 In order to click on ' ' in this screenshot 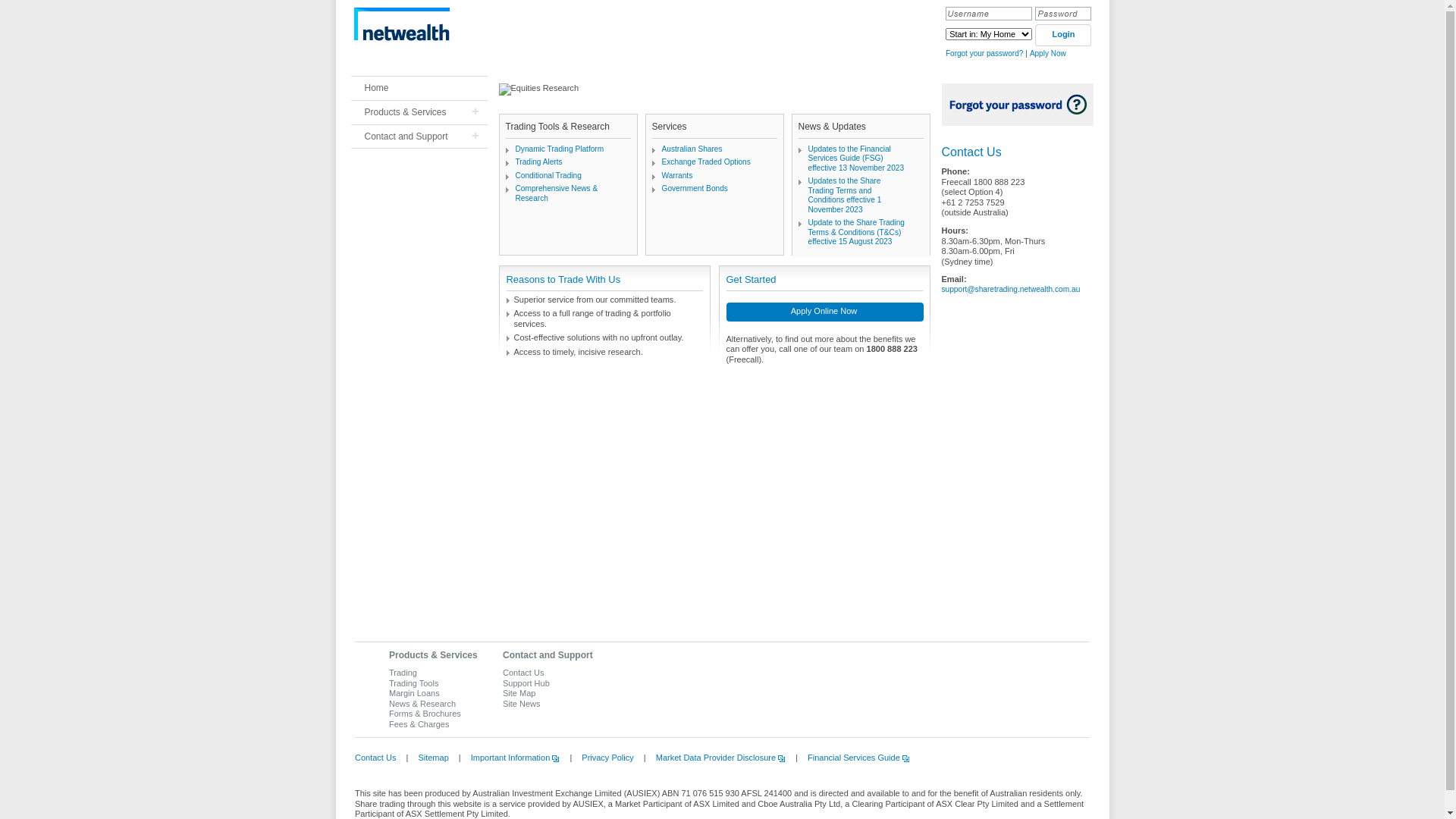, I will do `click(349, 24)`.